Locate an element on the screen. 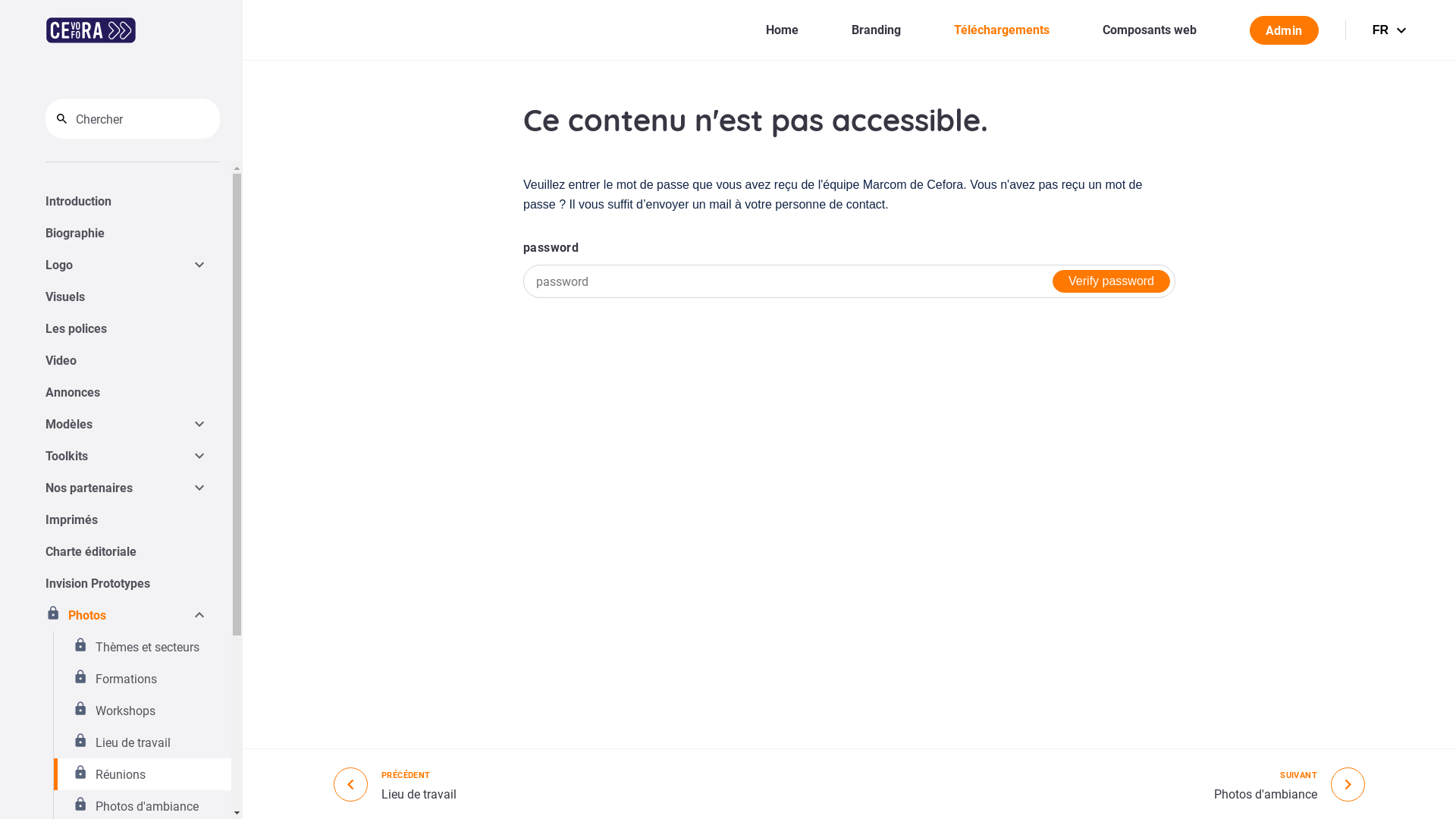 The image size is (1456, 819). 'Nos partenaires' is located at coordinates (45, 488).